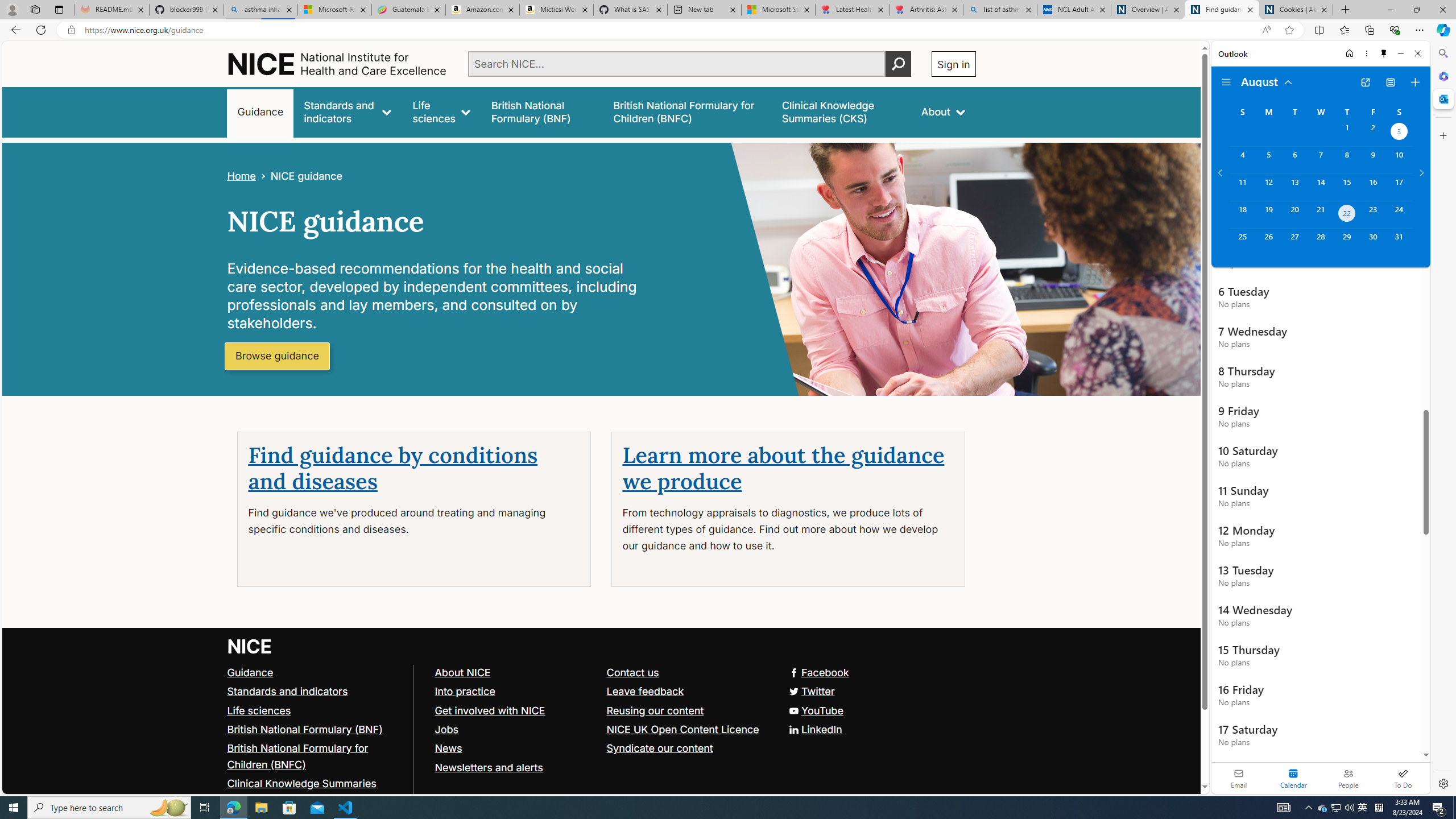 This screenshot has height=819, width=1456. Describe the element at coordinates (1399, 214) in the screenshot. I see `'Saturday, August 24, 2024. '` at that location.